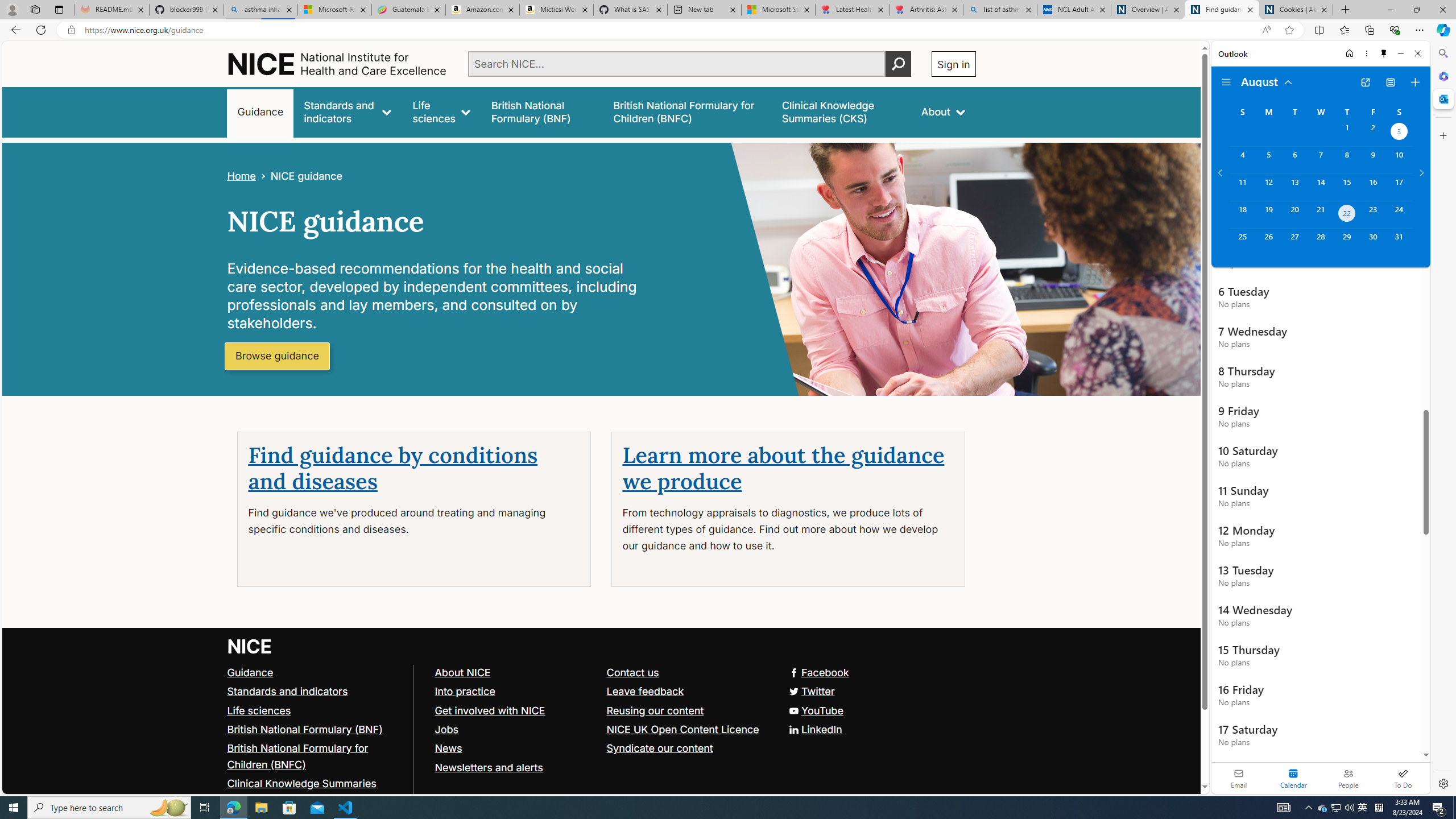 This screenshot has height=819, width=1456. Describe the element at coordinates (1399, 214) in the screenshot. I see `'Saturday, August 24, 2024. '` at that location.